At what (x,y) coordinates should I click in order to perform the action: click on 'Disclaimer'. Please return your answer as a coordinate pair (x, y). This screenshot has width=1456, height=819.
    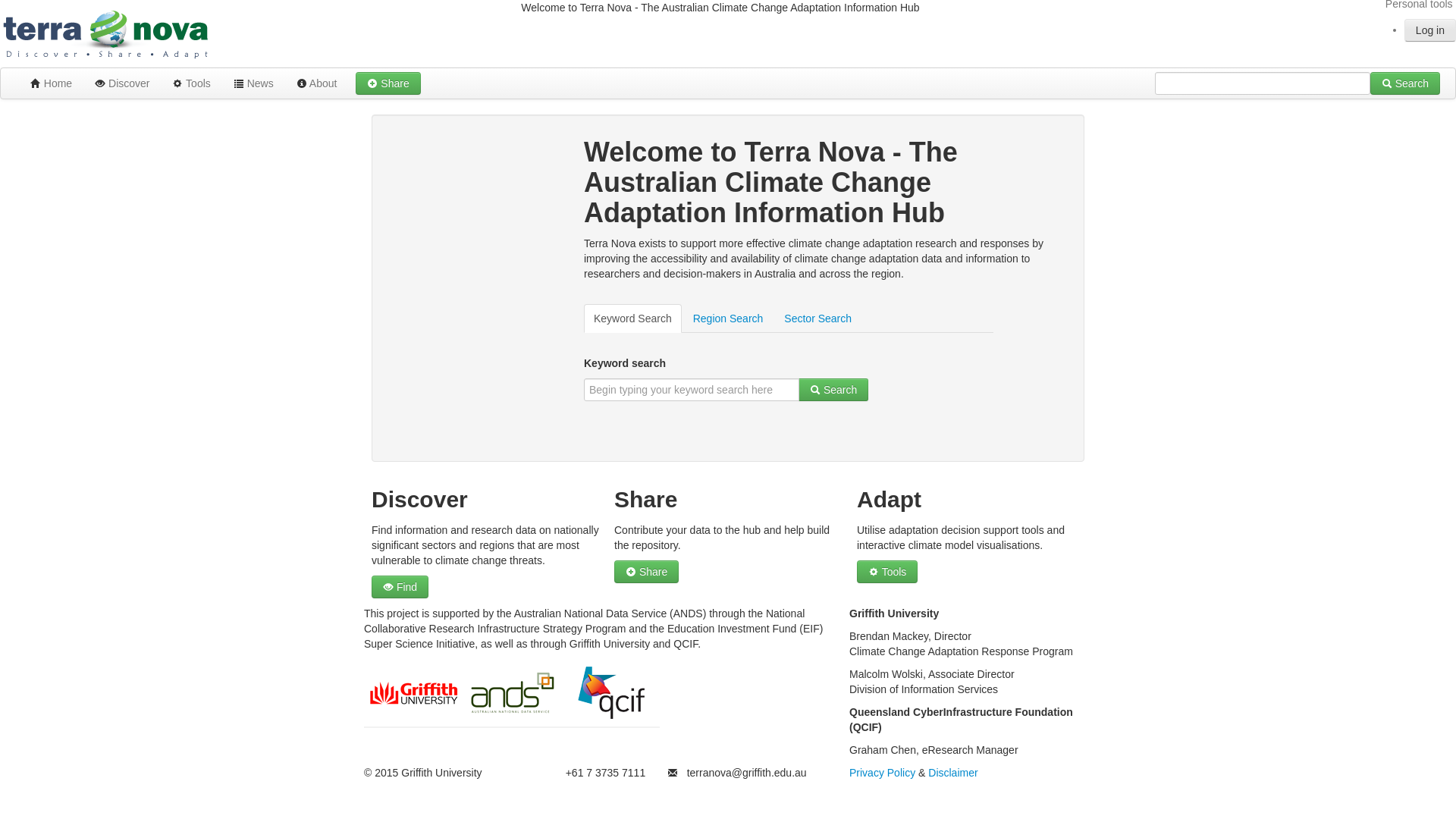
    Looking at the image, I should click on (952, 772).